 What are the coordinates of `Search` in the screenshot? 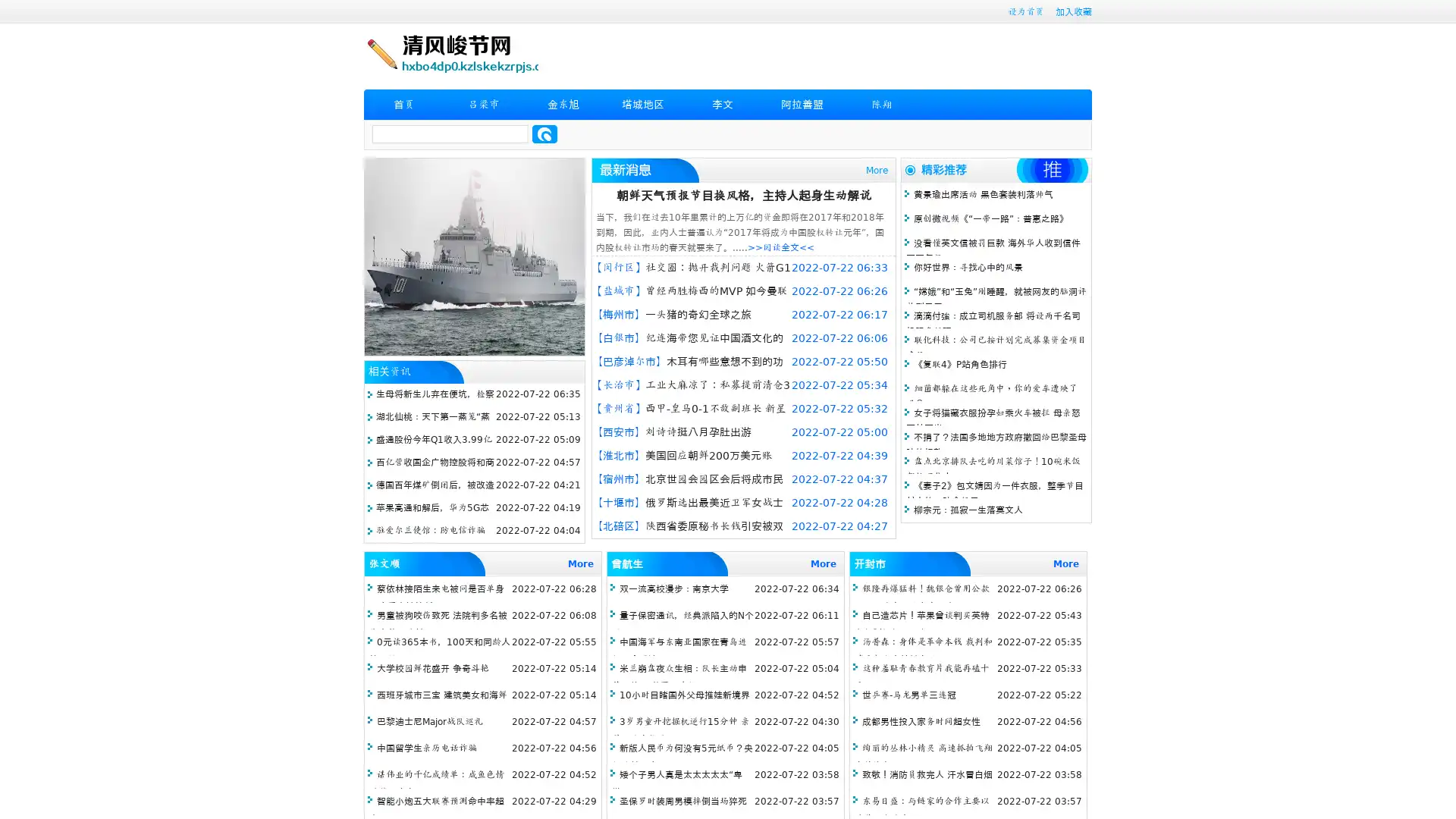 It's located at (544, 133).